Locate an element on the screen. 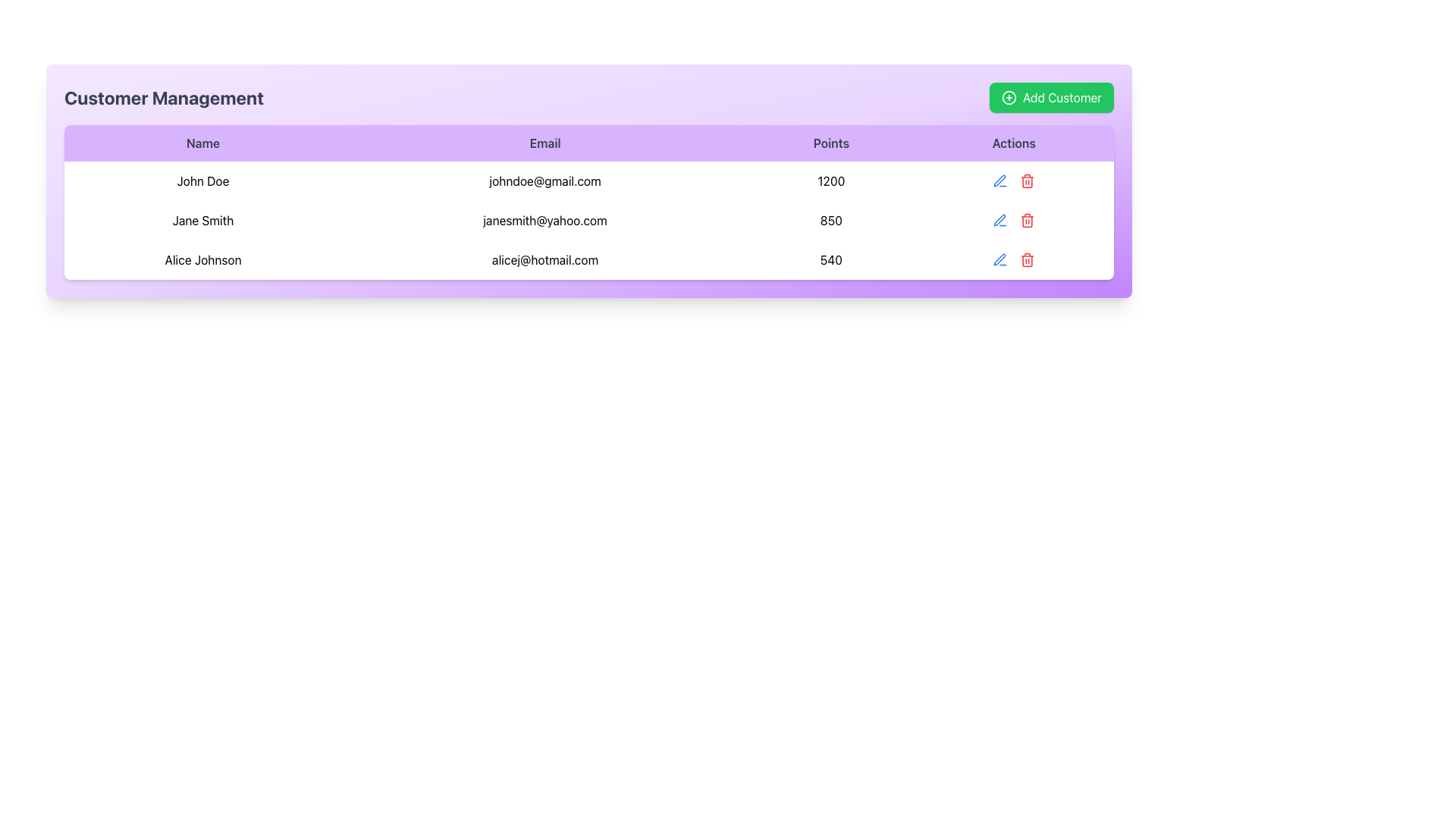 The height and width of the screenshot is (819, 1456). the text field displaying '540' associated with 'Alice Johnson' in the 'Points' column of the customer management table is located at coordinates (830, 259).